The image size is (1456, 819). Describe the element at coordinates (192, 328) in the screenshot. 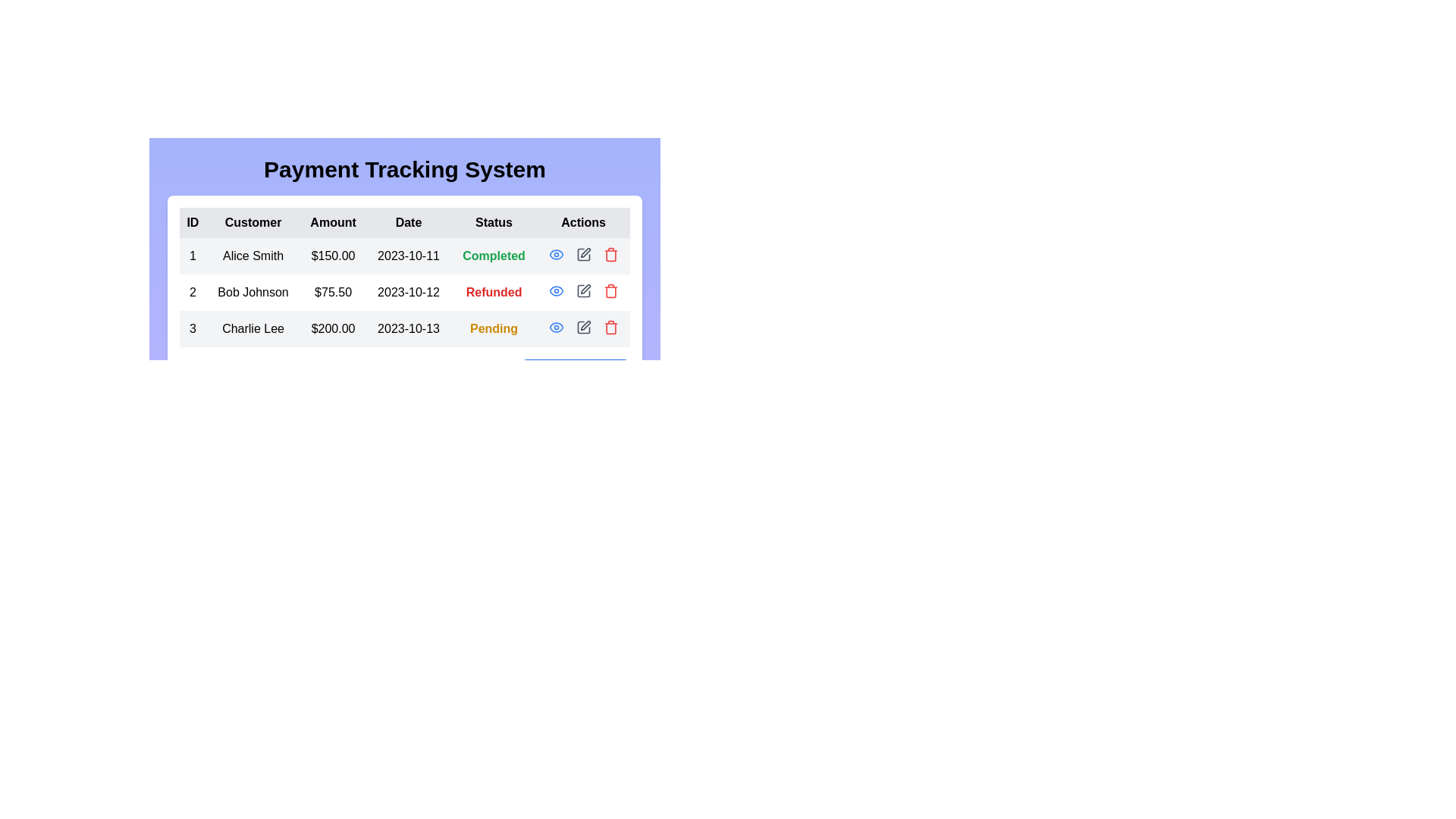

I see `the numeric label displaying the number '3' under the ID header in the table row for 'Charlie Lee'` at that location.